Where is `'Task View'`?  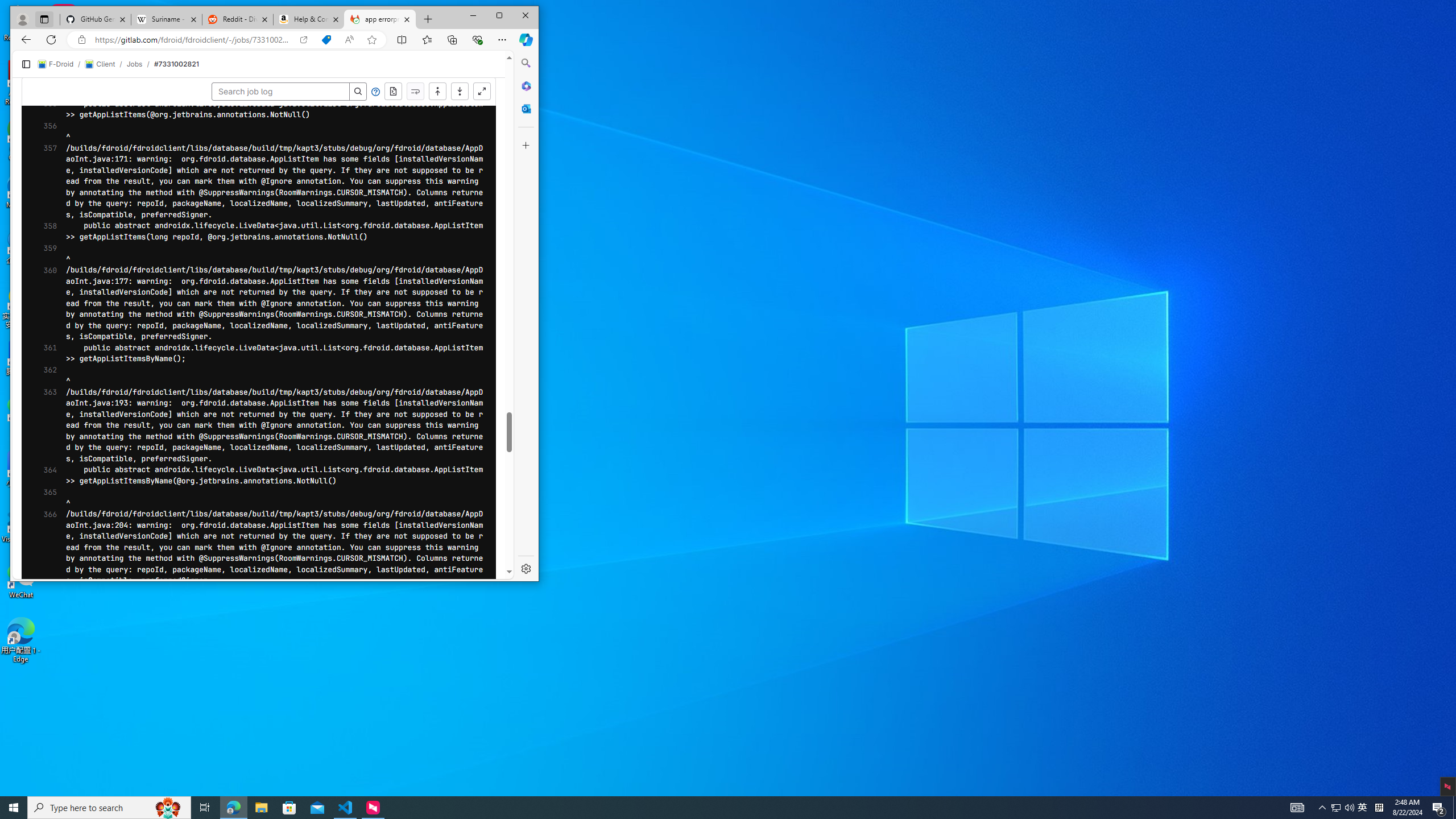 'Task View' is located at coordinates (204, 806).